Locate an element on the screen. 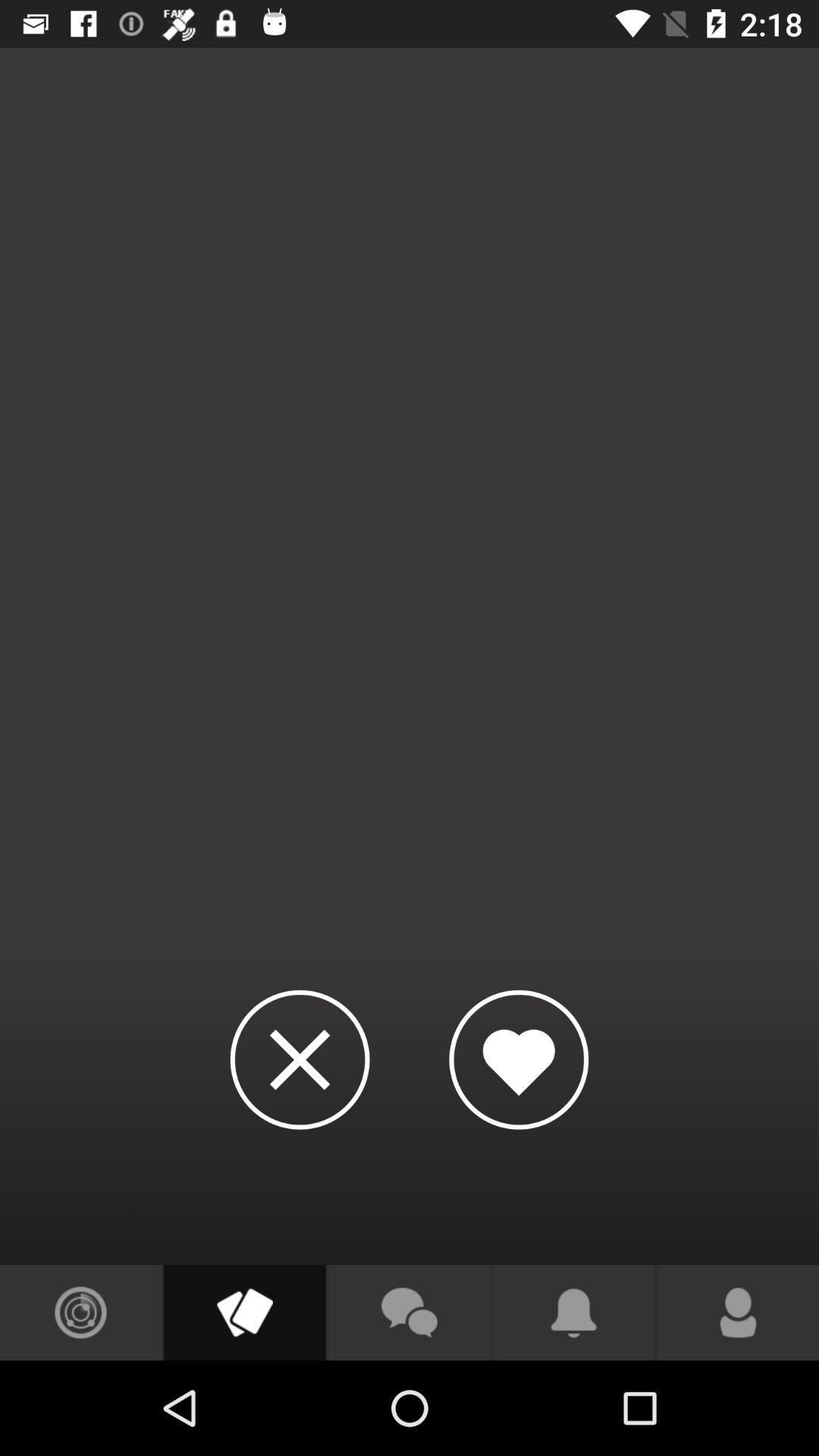 The image size is (819, 1456). the notifications icon is located at coordinates (573, 1312).